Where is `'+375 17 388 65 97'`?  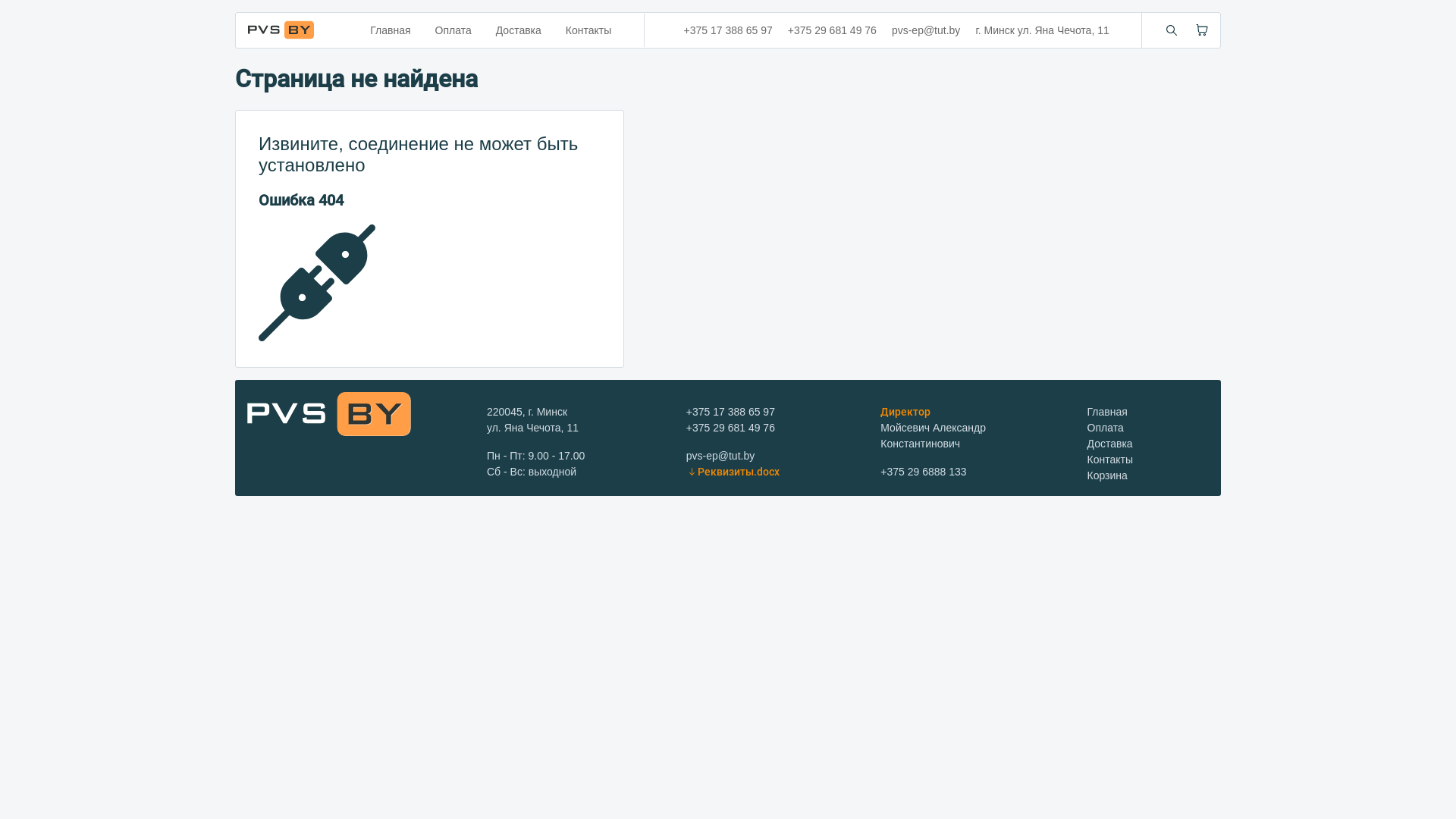 '+375 17 388 65 97' is located at coordinates (686, 412).